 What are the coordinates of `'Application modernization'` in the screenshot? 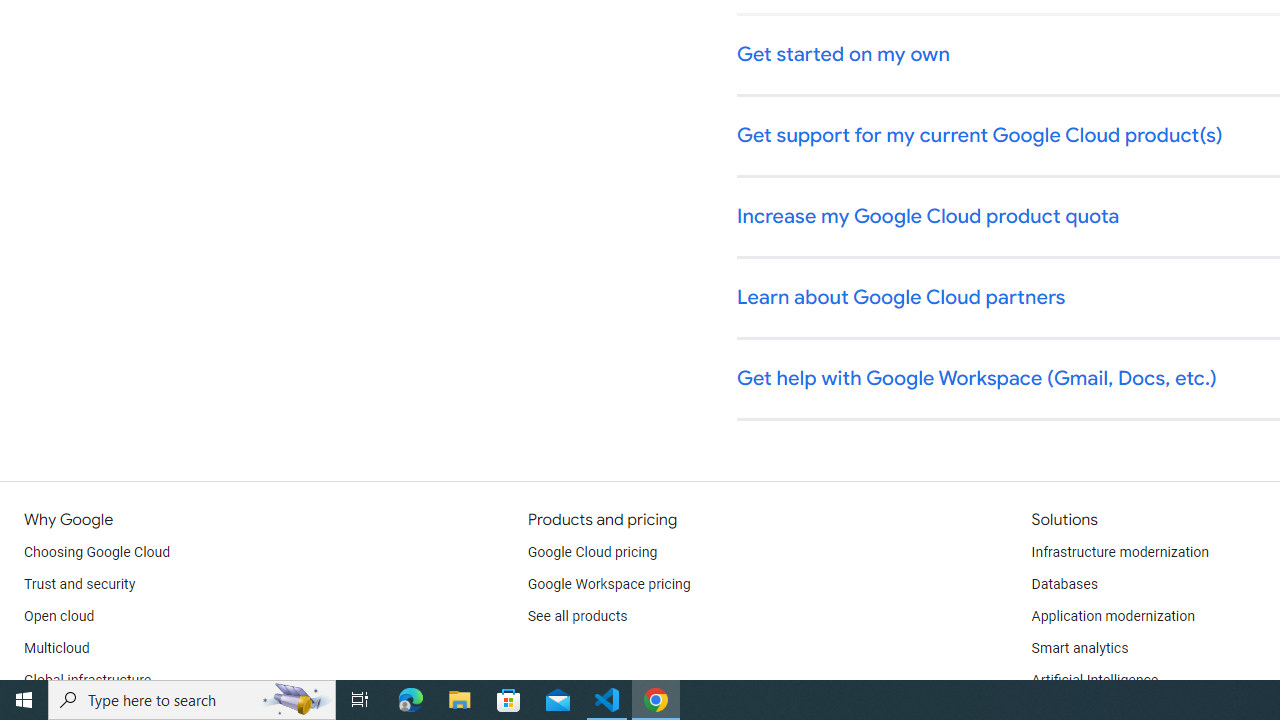 It's located at (1111, 616).